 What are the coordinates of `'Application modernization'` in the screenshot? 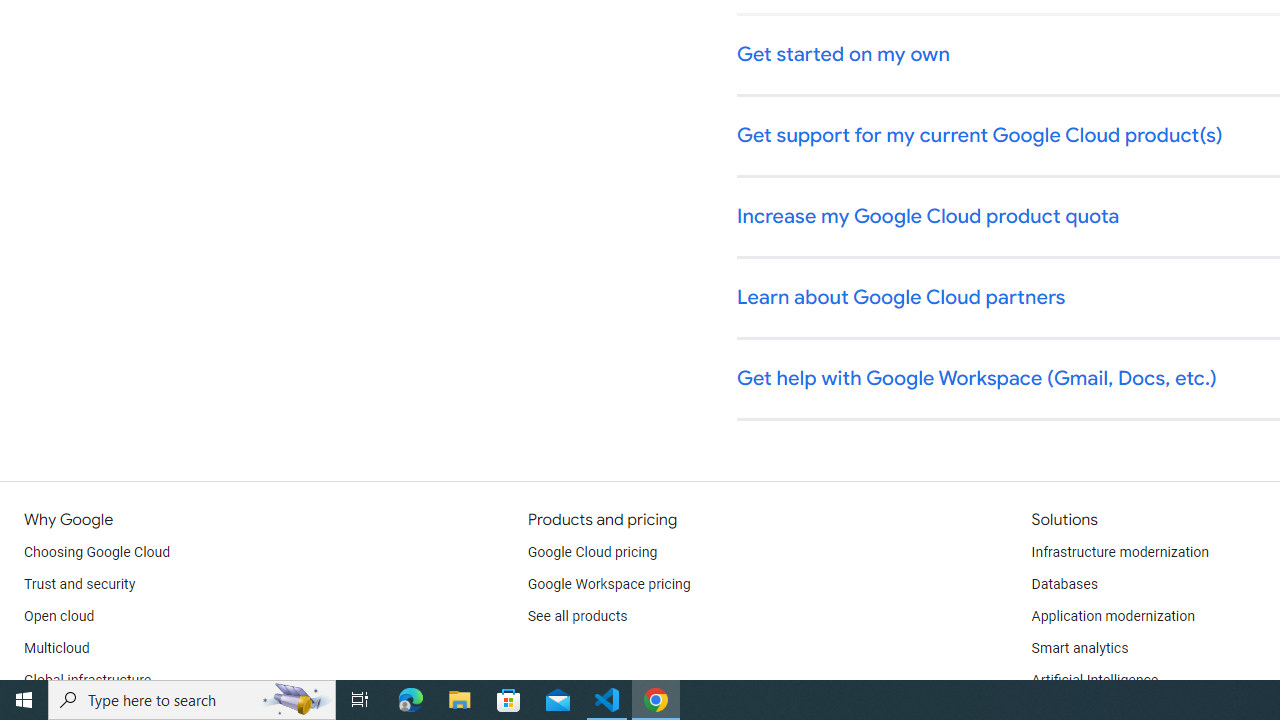 It's located at (1111, 616).